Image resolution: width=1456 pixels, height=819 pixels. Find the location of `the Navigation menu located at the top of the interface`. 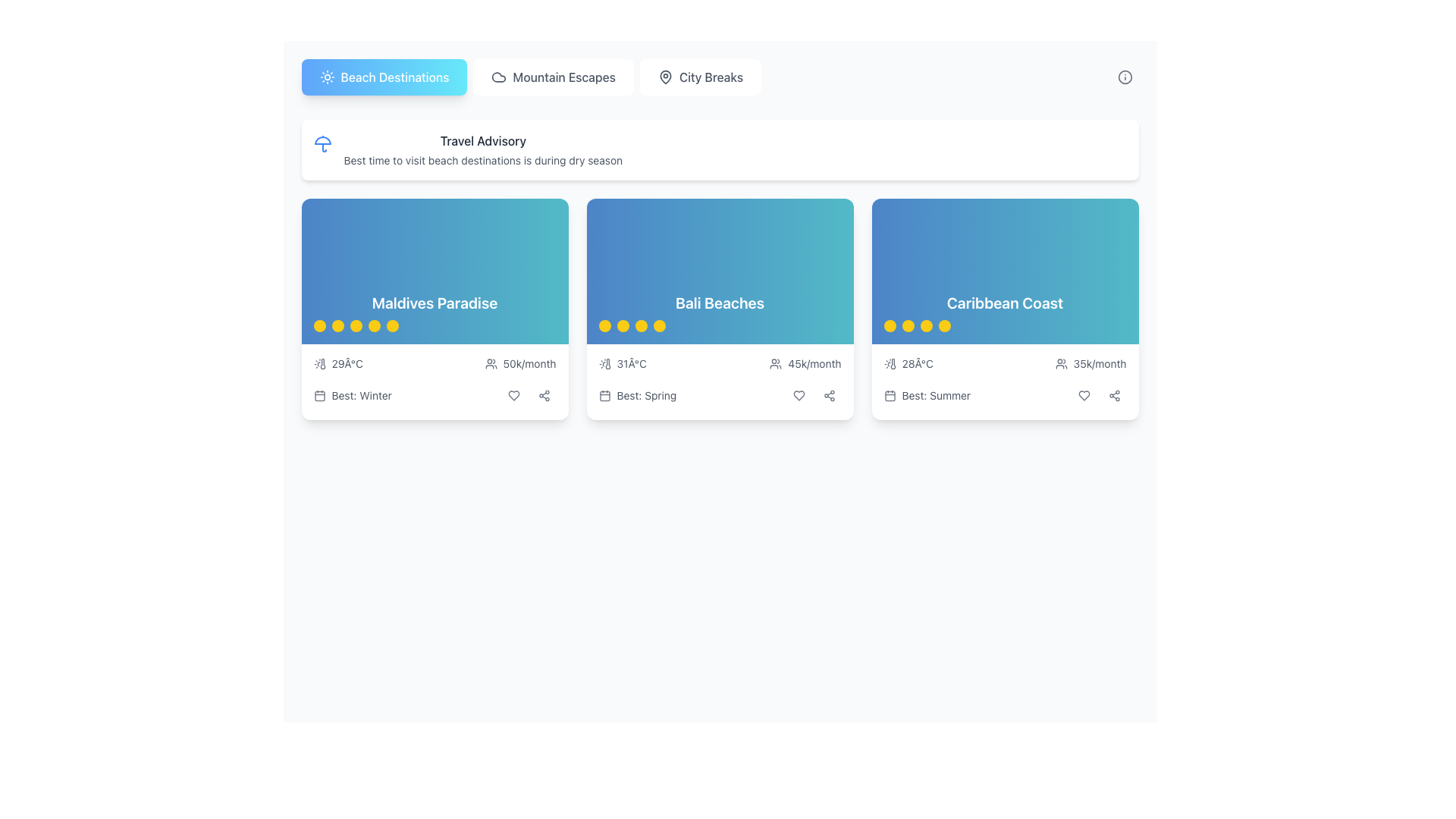

the Navigation menu located at the top of the interface is located at coordinates (719, 77).